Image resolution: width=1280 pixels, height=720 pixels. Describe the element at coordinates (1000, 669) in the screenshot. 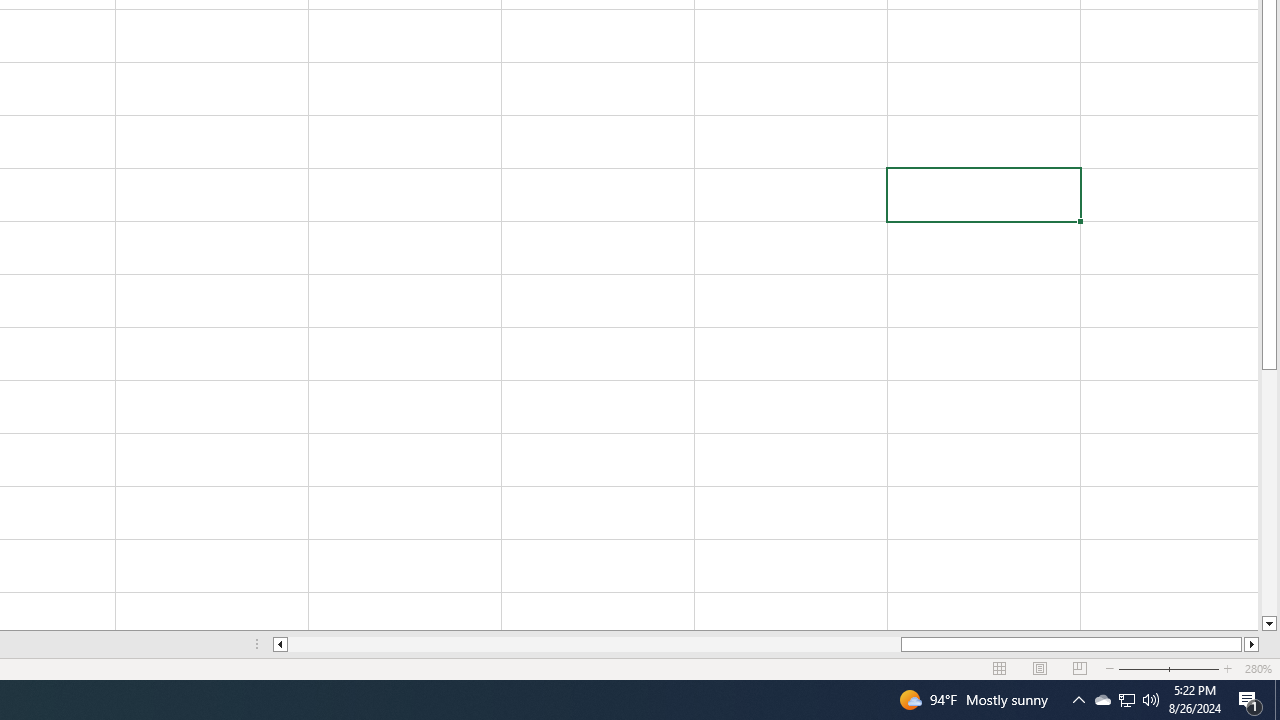

I see `'Normal'` at that location.